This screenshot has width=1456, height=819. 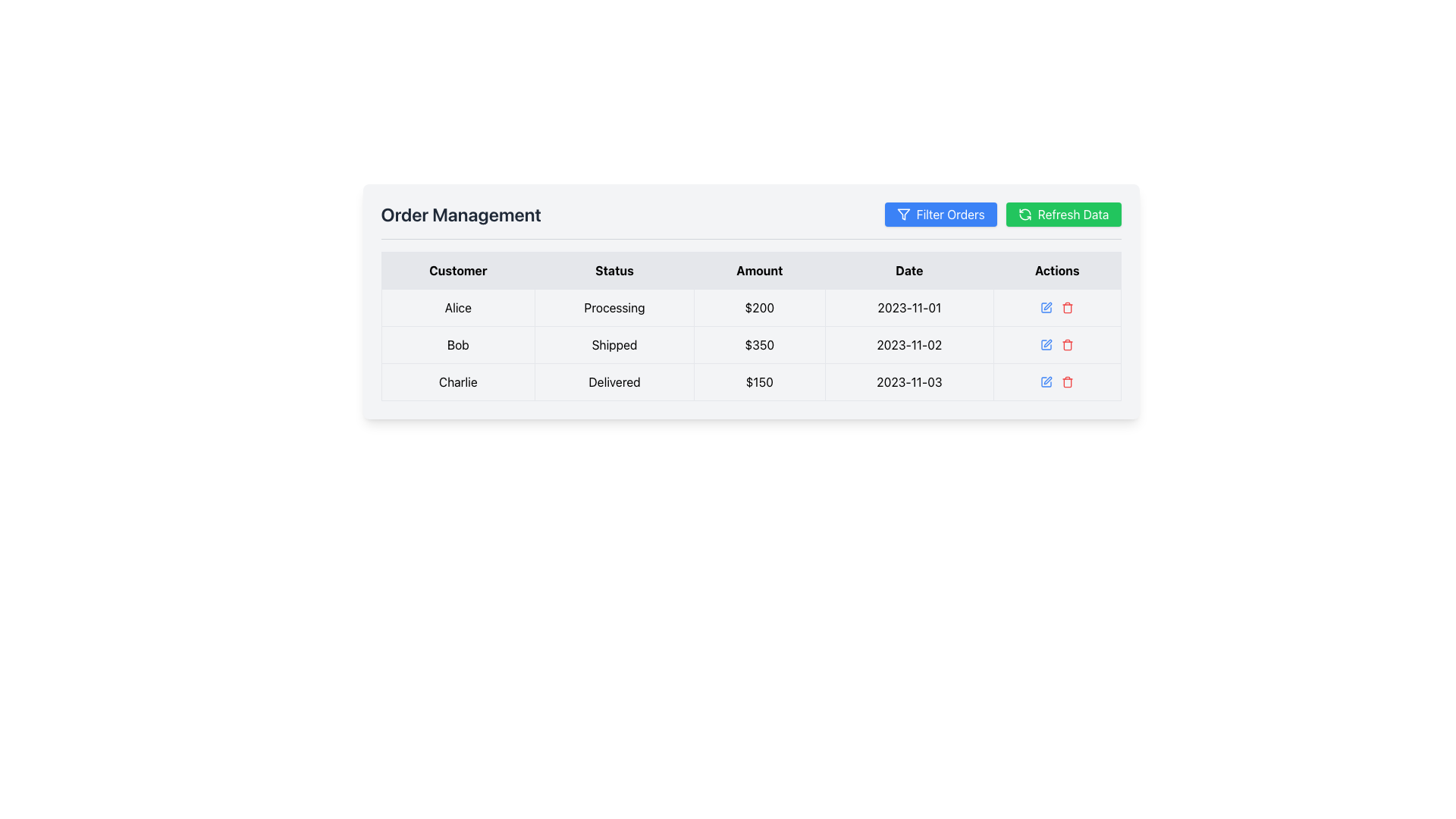 I want to click on the static text element that displays the amount value for Bob's order, located in the 'Amount' column of the table, so click(x=759, y=345).